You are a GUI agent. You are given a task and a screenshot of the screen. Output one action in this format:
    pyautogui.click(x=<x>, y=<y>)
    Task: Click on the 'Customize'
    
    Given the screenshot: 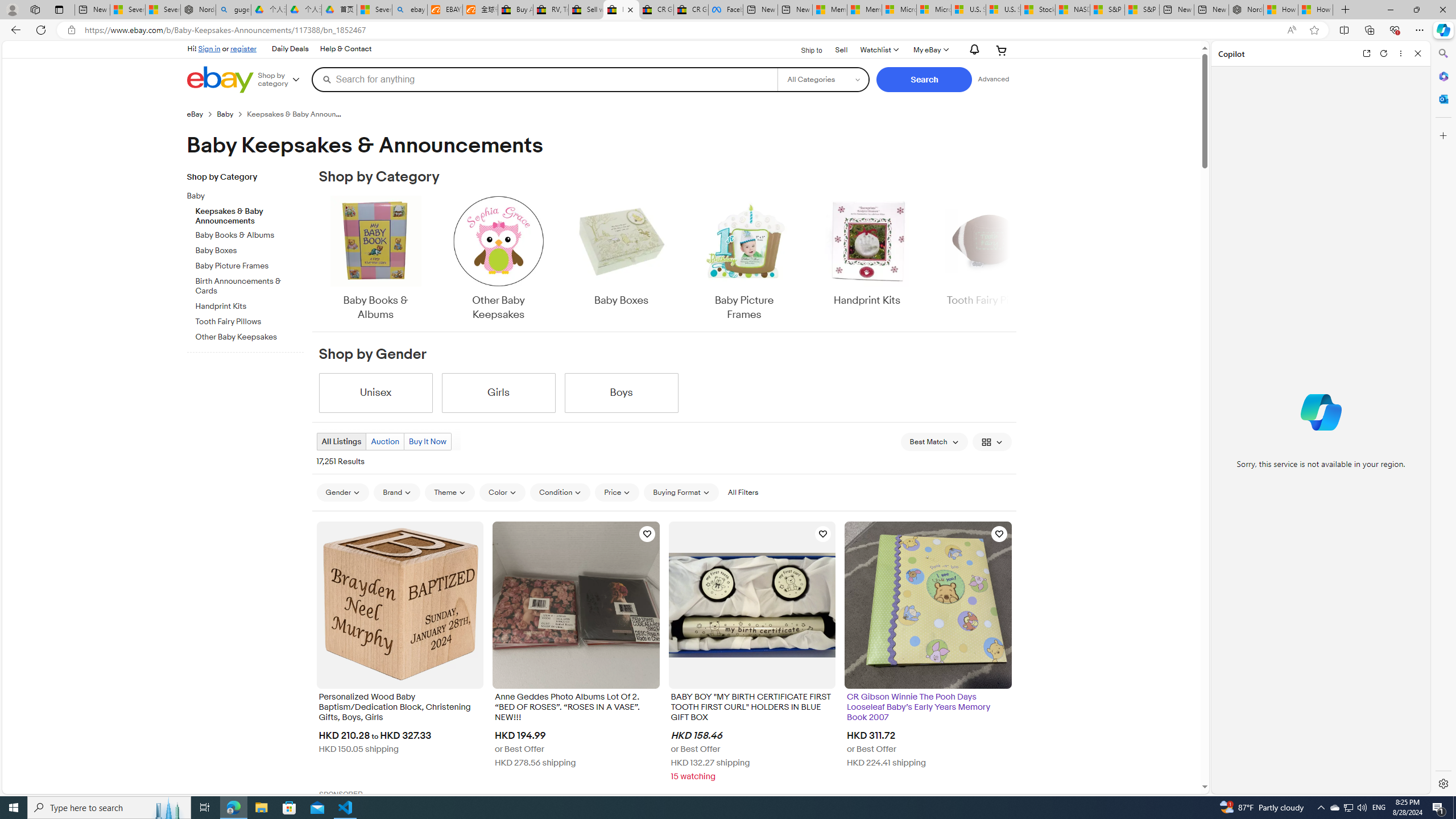 What is the action you would take?
    pyautogui.click(x=1442, y=135)
    